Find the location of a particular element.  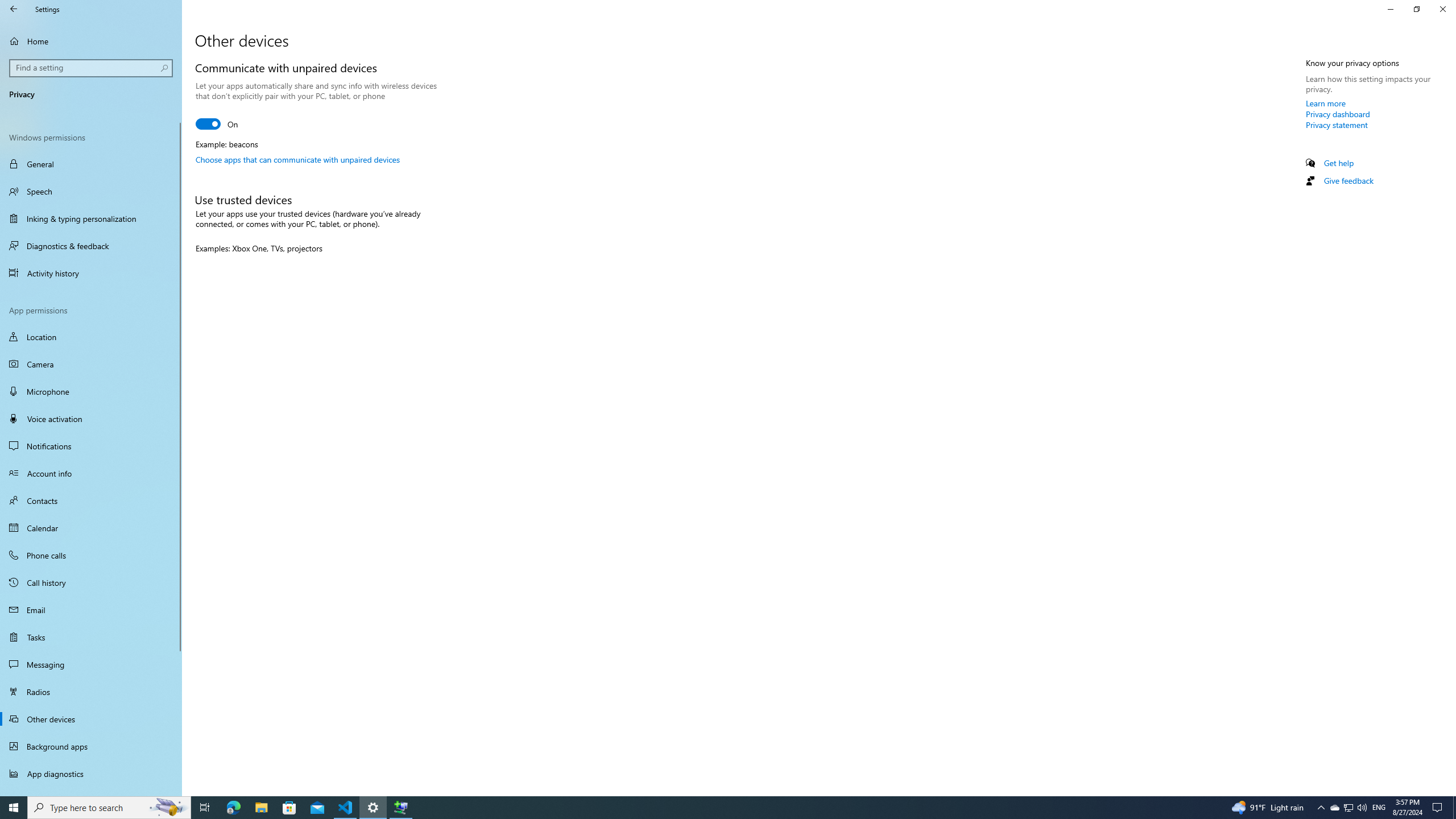

'Back' is located at coordinates (14, 9).